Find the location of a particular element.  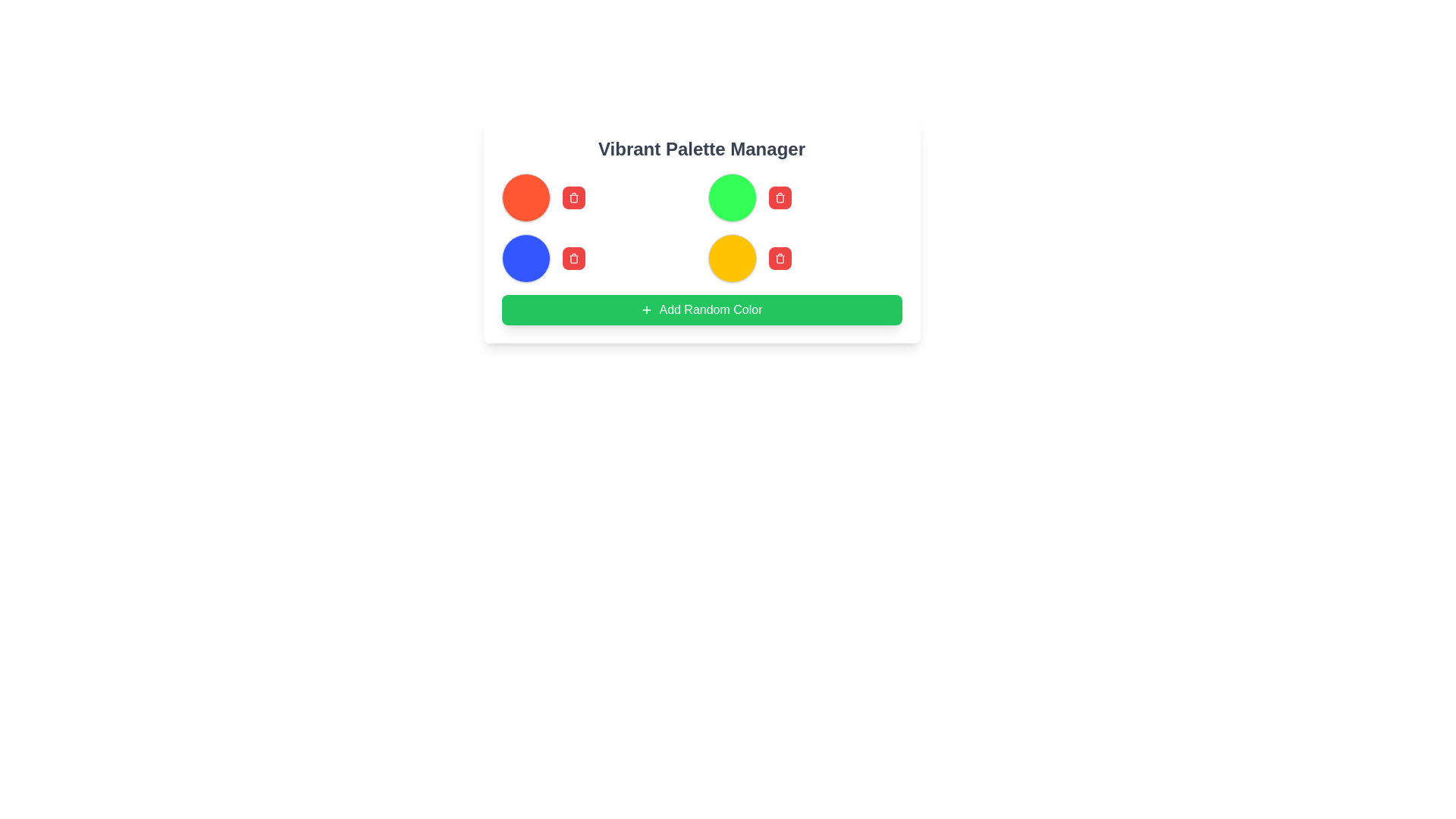

the delete button located under the 'Vibrant Palette Manager', positioned to the right of the orange circular element is located at coordinates (573, 197).